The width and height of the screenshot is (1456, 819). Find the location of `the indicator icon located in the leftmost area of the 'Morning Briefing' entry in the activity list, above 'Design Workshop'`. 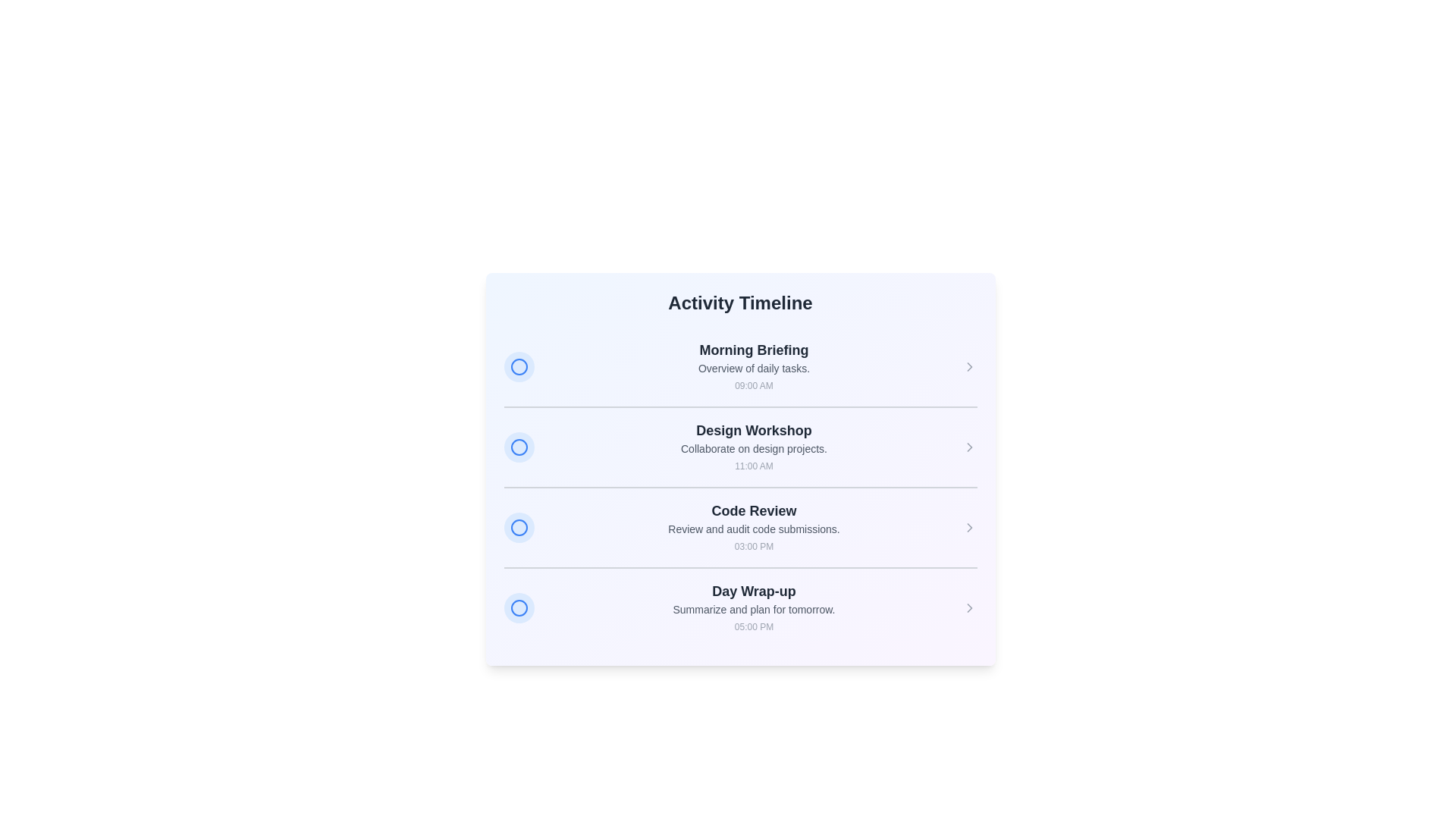

the indicator icon located in the leftmost area of the 'Morning Briefing' entry in the activity list, above 'Design Workshop' is located at coordinates (519, 366).